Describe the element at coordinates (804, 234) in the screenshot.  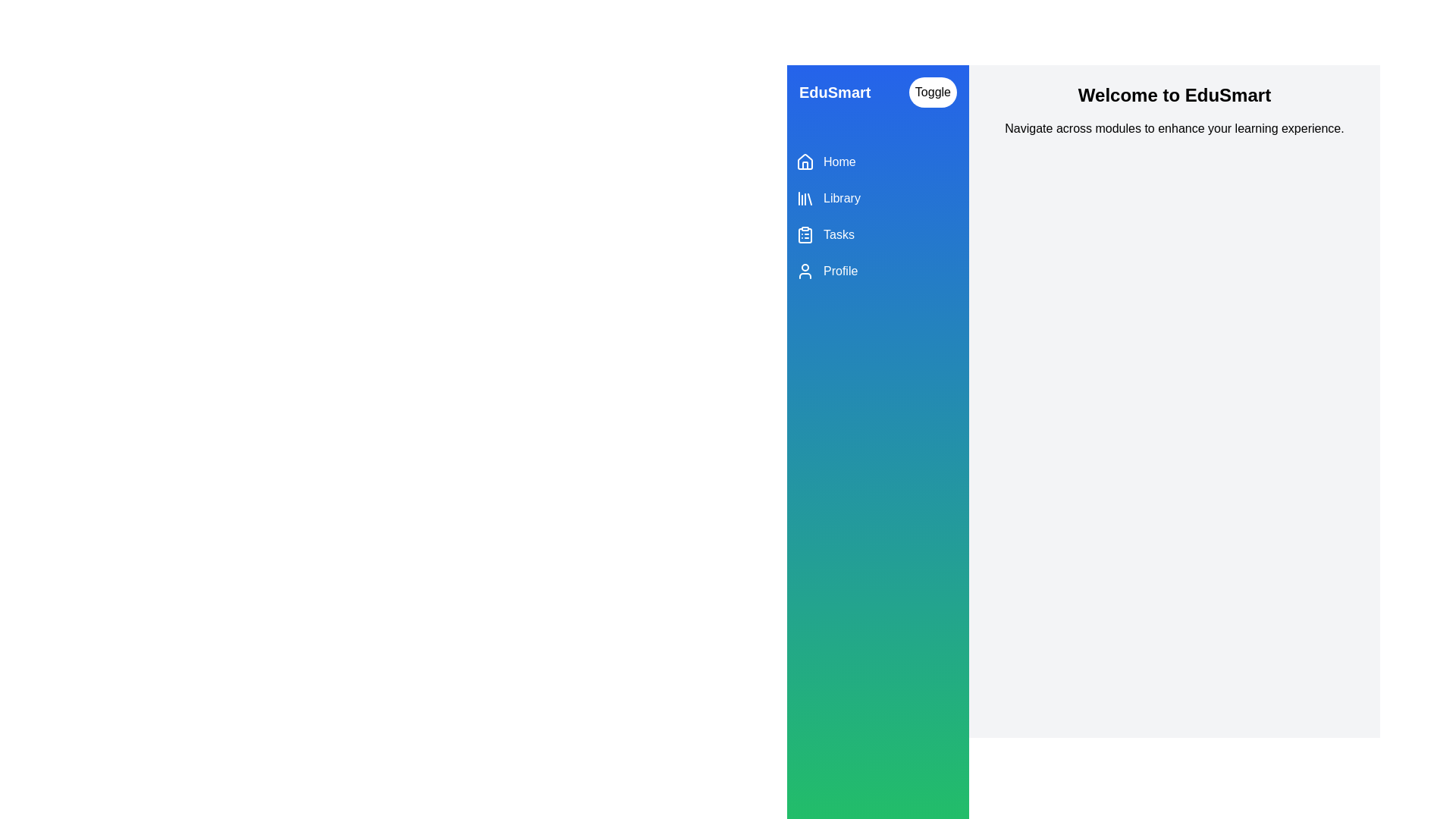
I see `the Tasks icon in the menu` at that location.